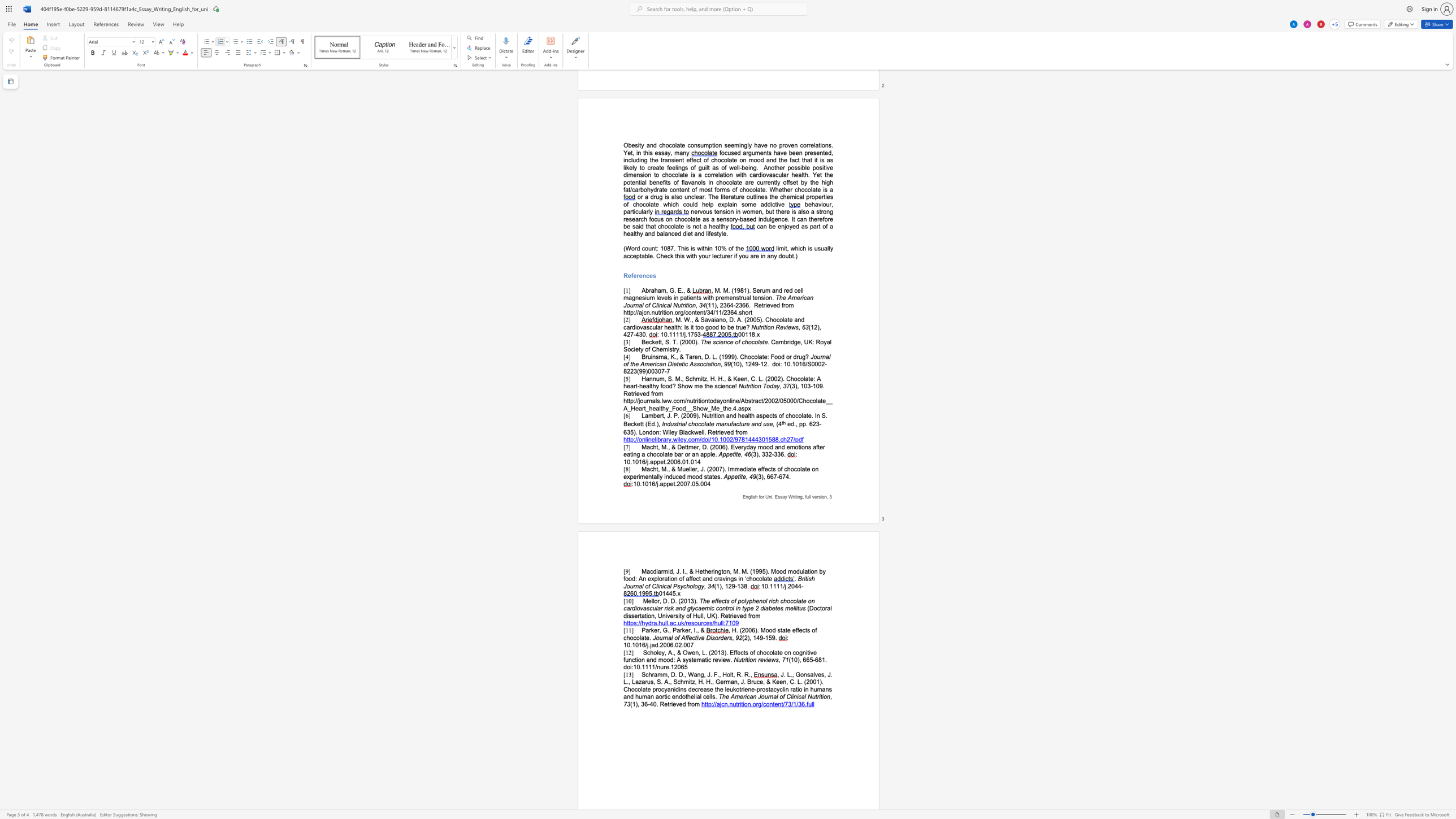  Describe the element at coordinates (753, 496) in the screenshot. I see `the space between the continuous character "i" and "s" in the text` at that location.